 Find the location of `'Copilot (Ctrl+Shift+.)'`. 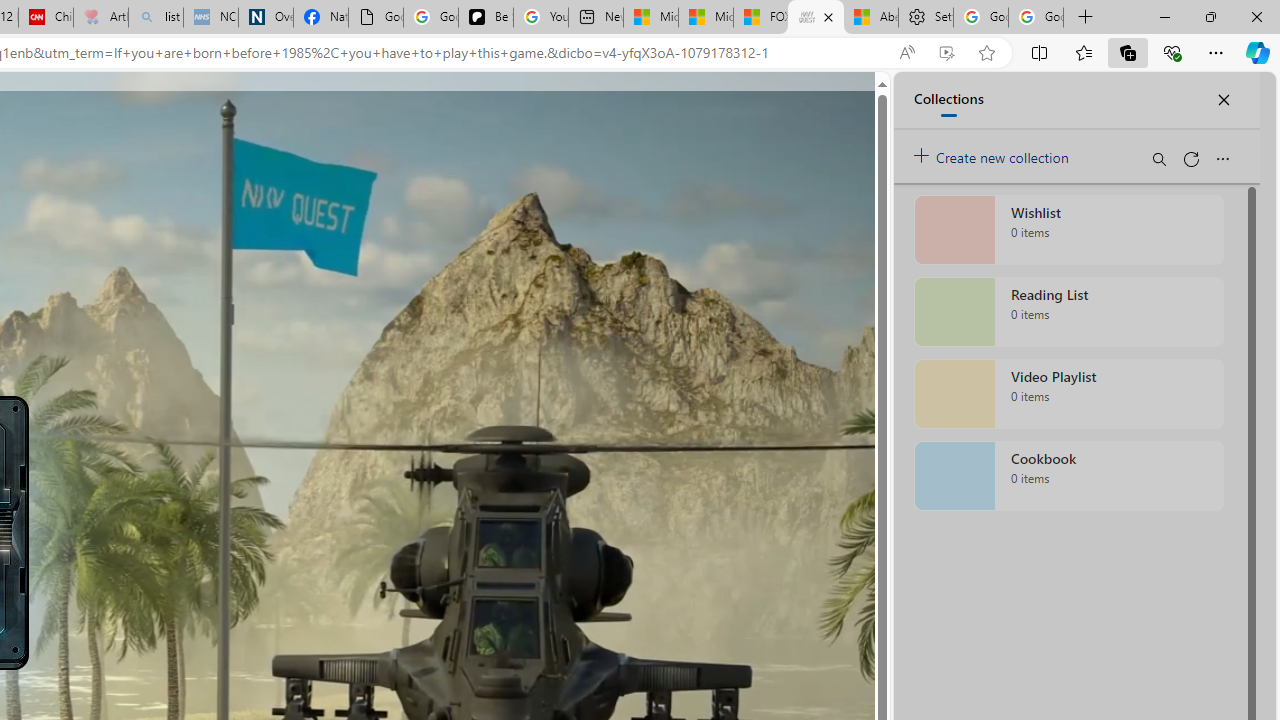

'Copilot (Ctrl+Shift+.)' is located at coordinates (1257, 51).